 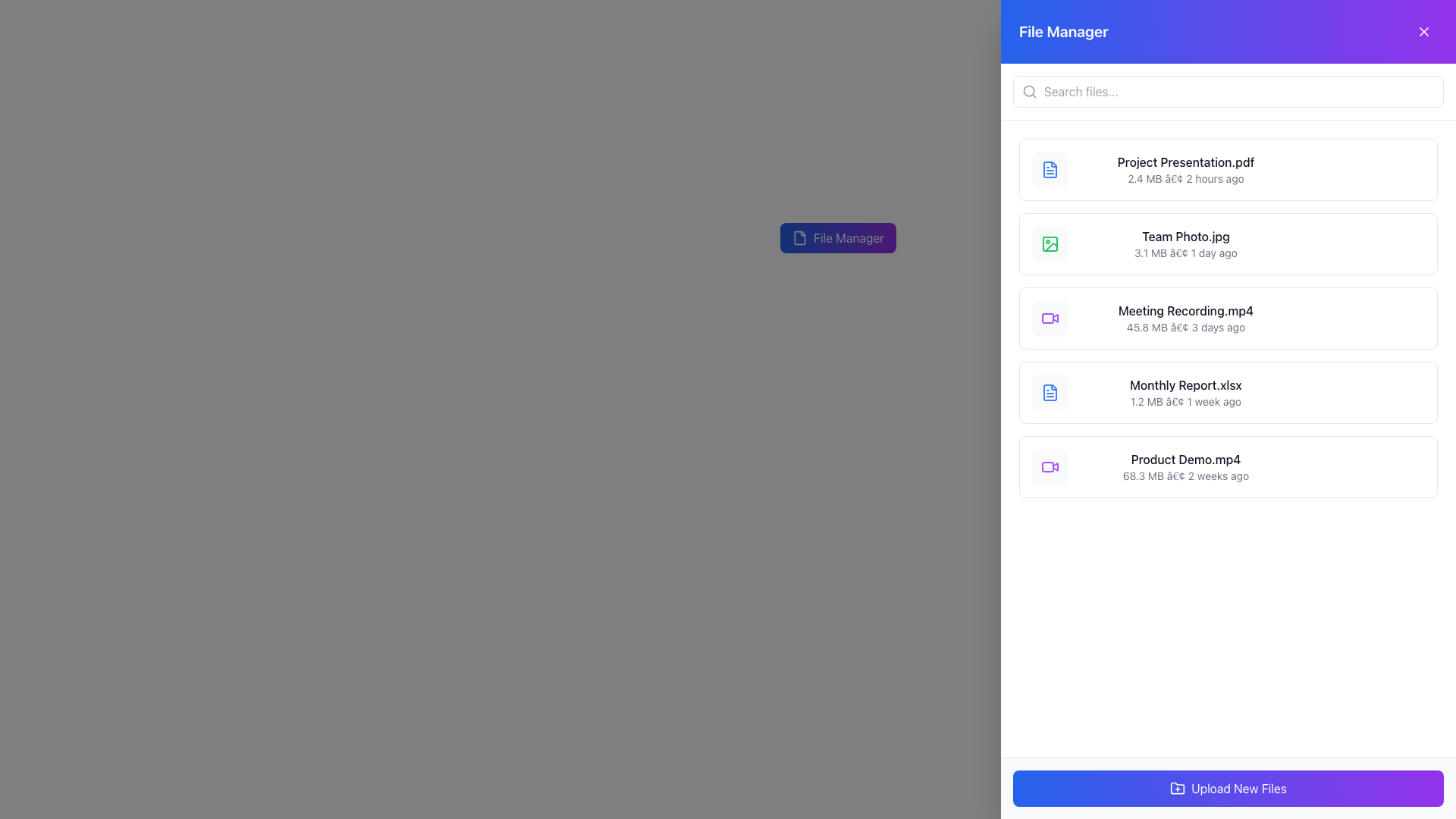 I want to click on the icon representing the image file associated with 'Team Photo.jpg', which is located to the left of the text in the second row of the file list in the 'File Manager' interface, so click(x=1050, y=243).